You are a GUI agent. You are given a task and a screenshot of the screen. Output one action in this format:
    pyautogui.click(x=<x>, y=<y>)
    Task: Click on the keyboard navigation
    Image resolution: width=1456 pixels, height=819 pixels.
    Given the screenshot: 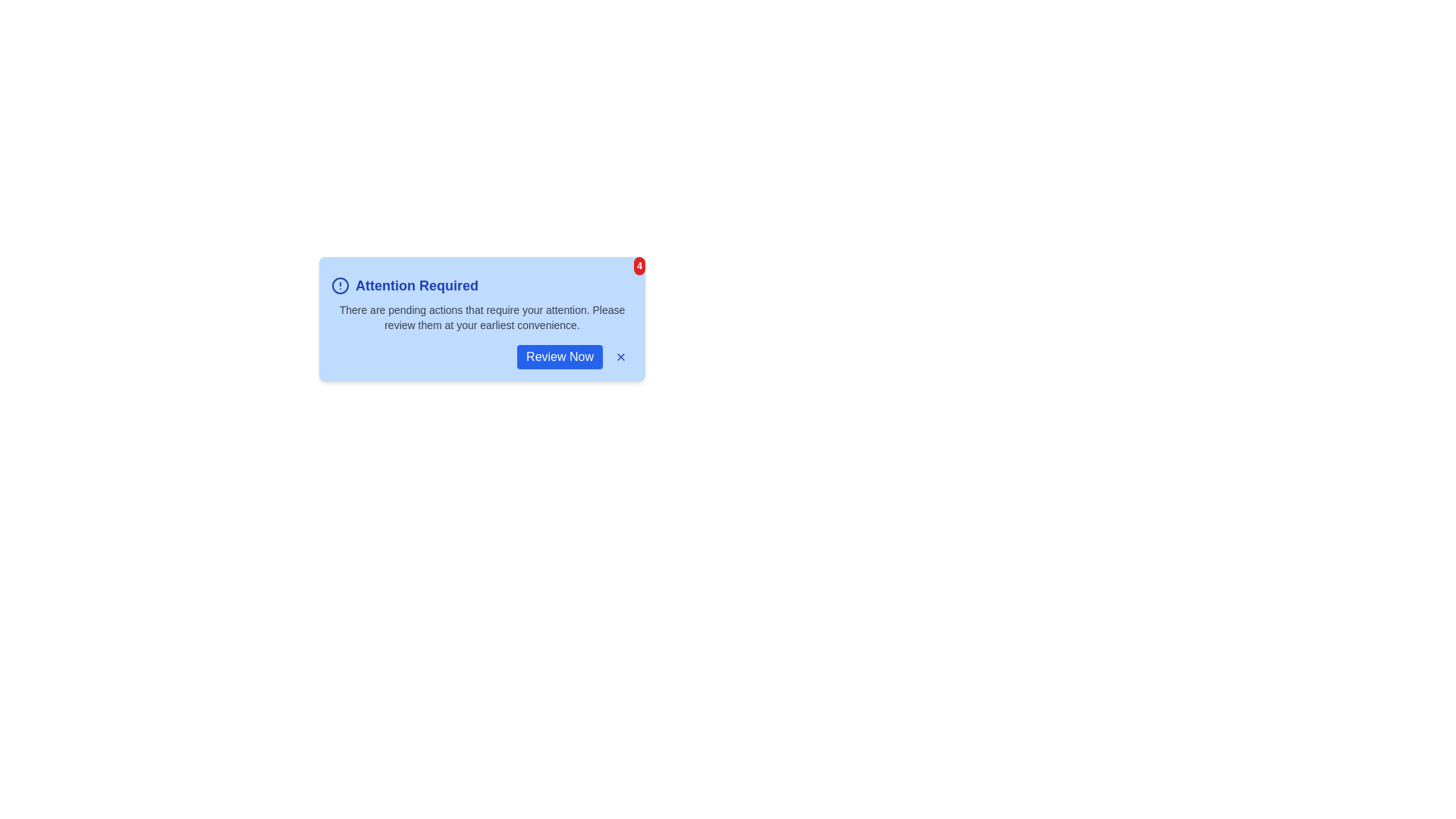 What is the action you would take?
    pyautogui.click(x=559, y=356)
    